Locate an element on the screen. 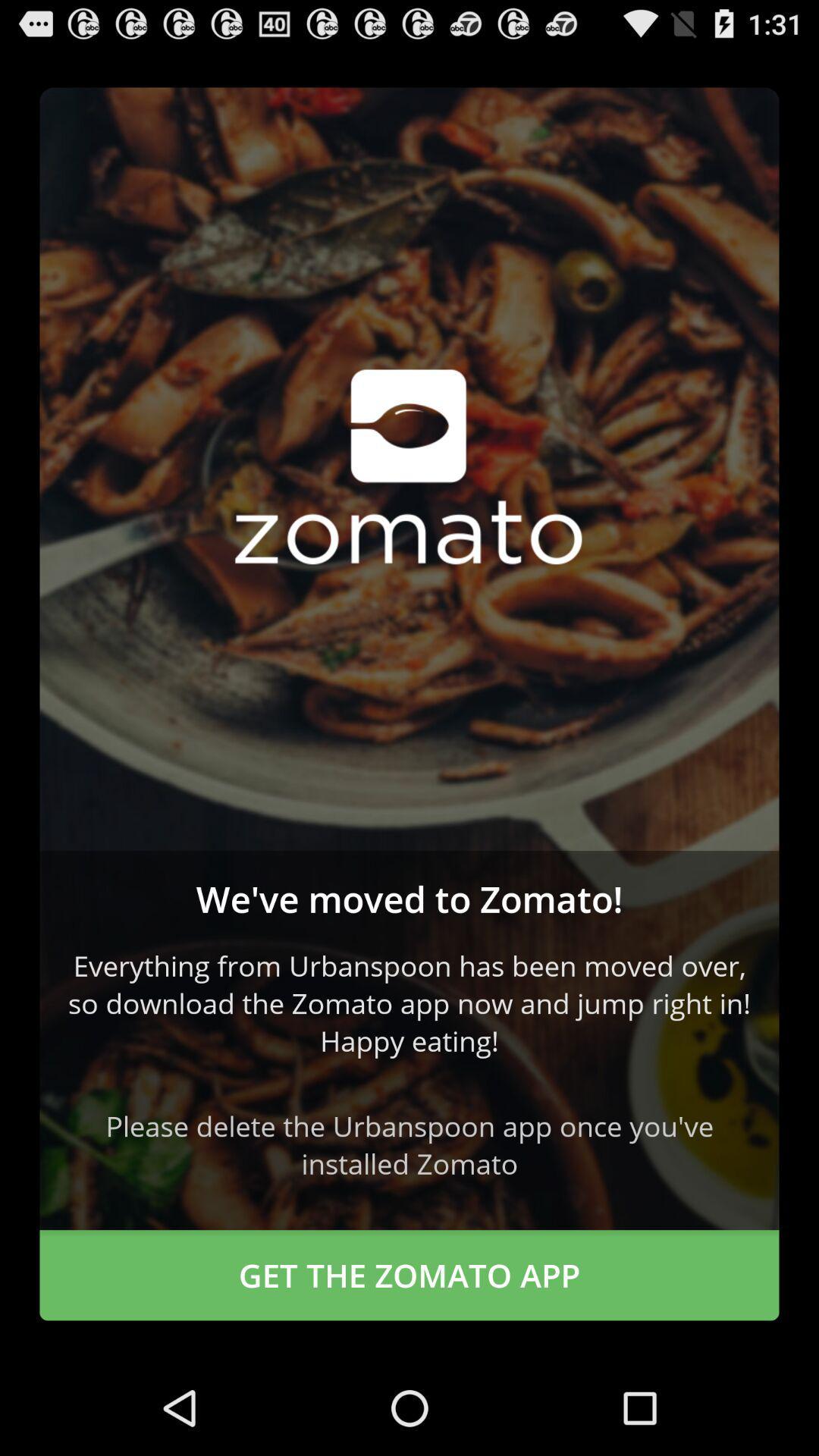 The image size is (819, 1456). the item at the top is located at coordinates (409, 468).